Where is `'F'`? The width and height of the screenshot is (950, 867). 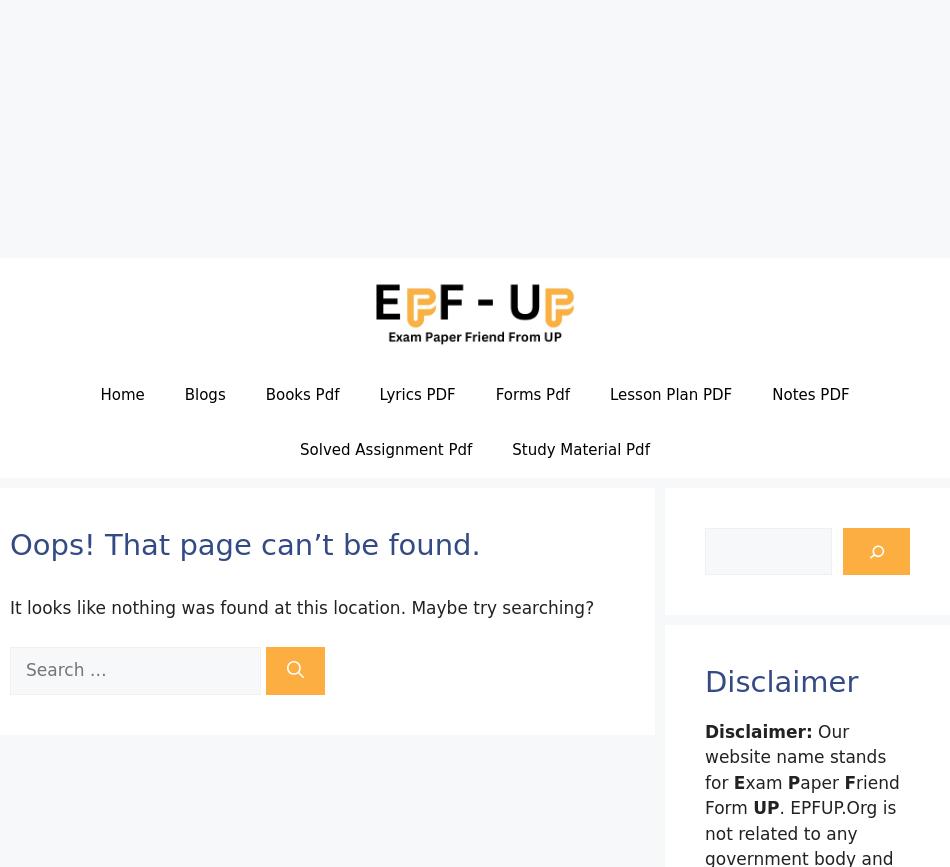
'F' is located at coordinates (842, 781).